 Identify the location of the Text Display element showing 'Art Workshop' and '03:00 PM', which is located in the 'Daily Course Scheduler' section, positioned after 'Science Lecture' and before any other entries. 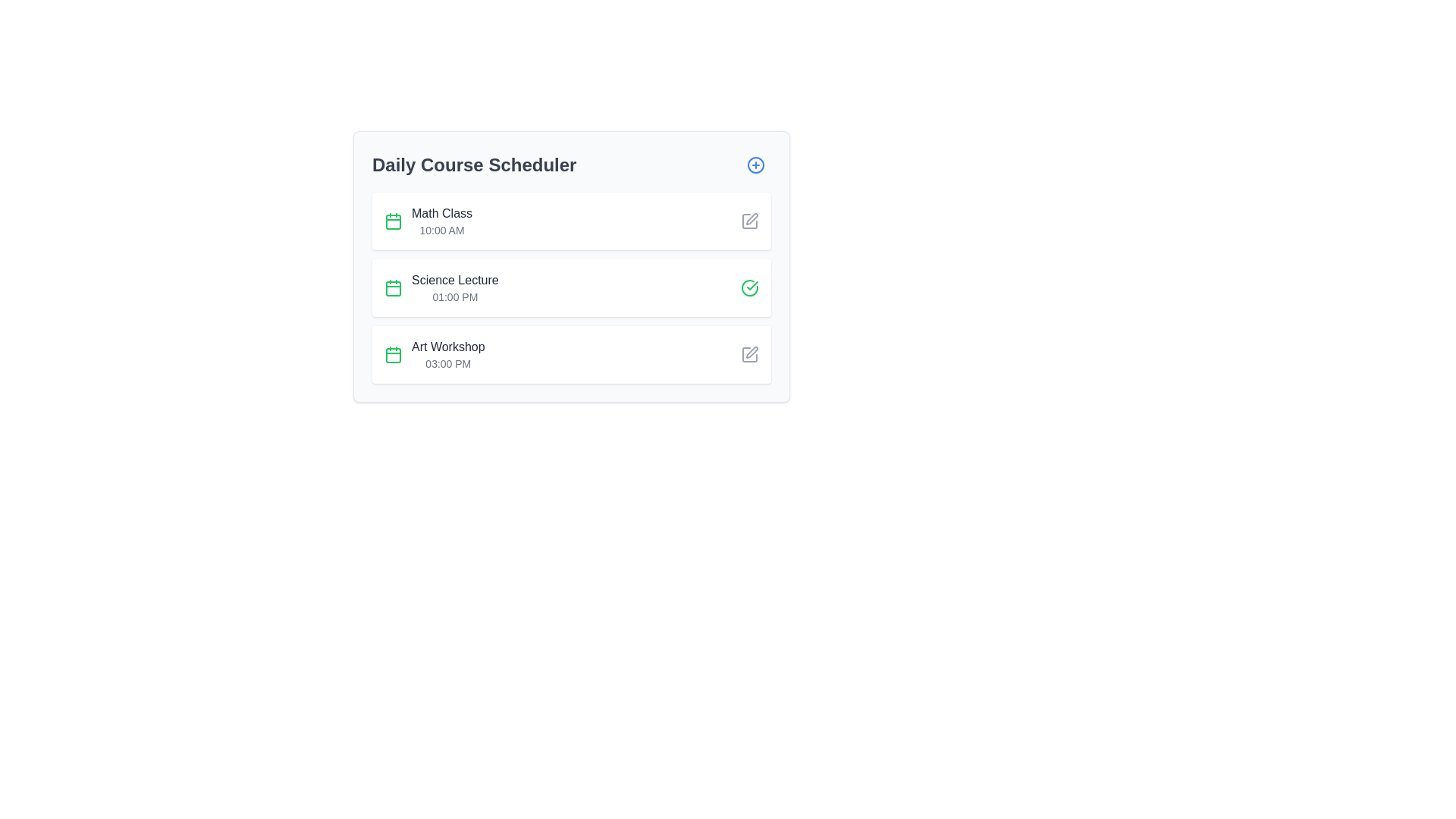
(447, 354).